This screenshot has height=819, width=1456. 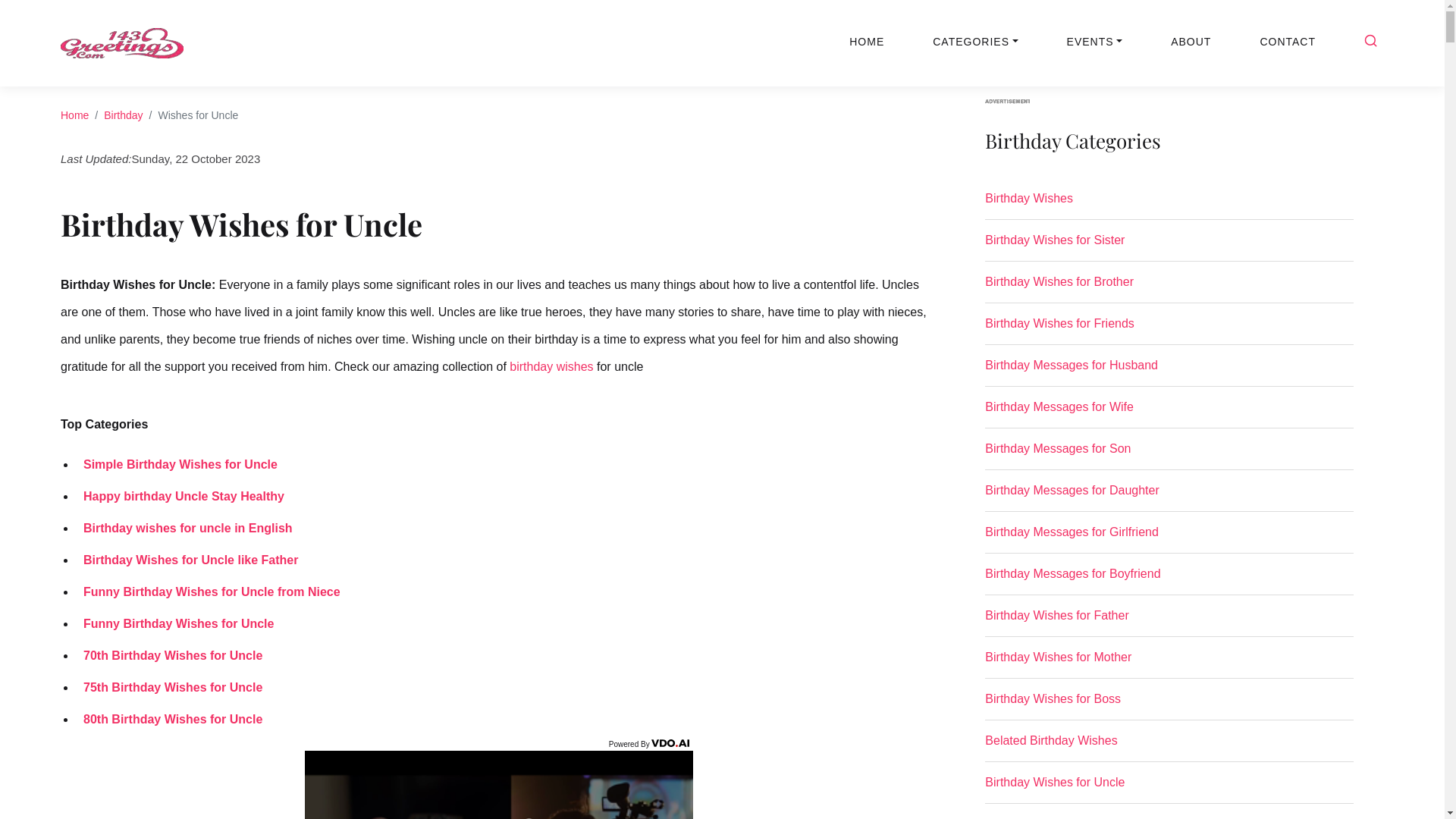 What do you see at coordinates (1287, 41) in the screenshot?
I see `'CONTACT'` at bounding box center [1287, 41].